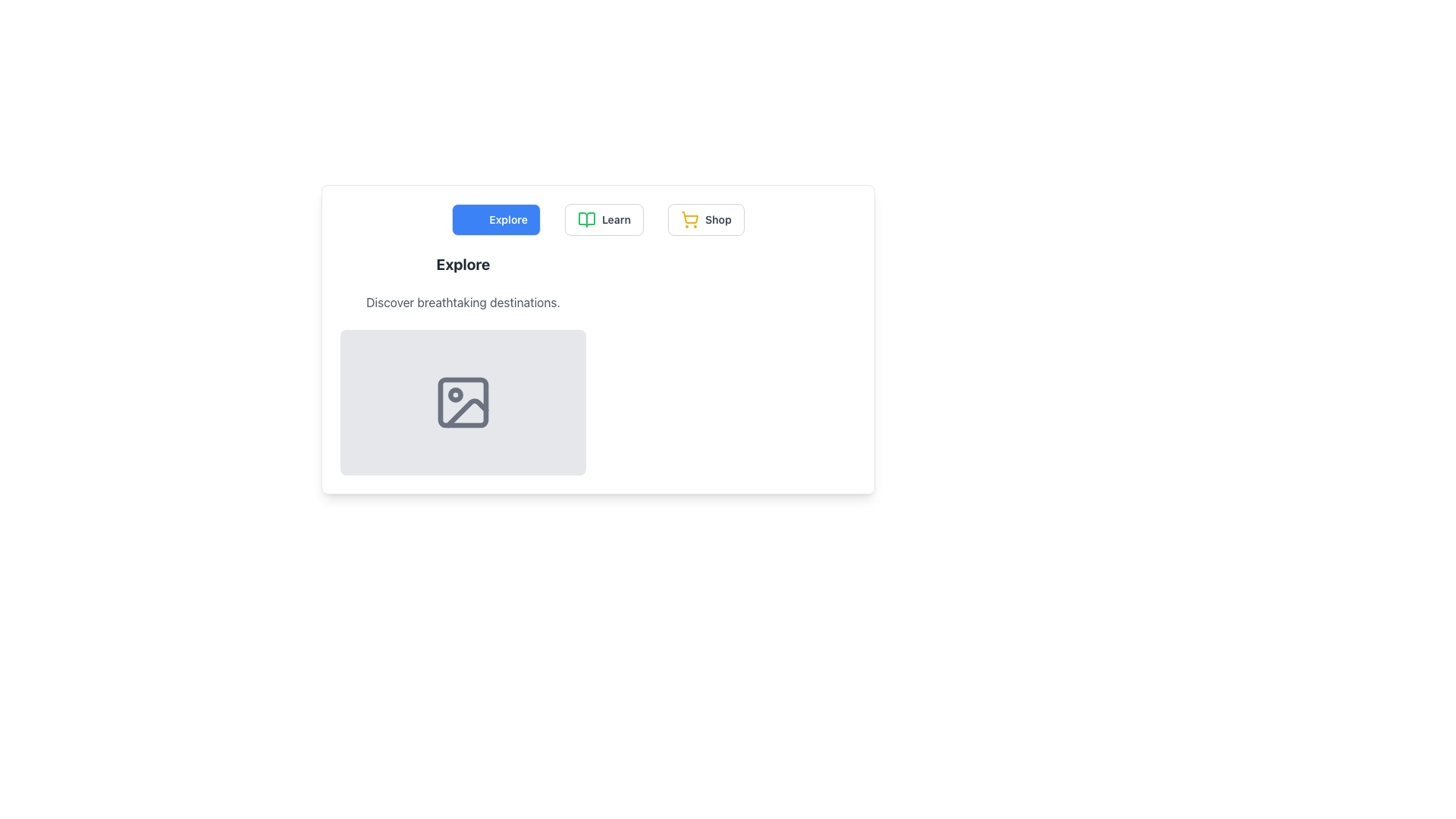 This screenshot has height=819, width=1456. What do you see at coordinates (616, 219) in the screenshot?
I see `the 'Learn' navigation button, which is a small-sized bold gray text on a white rounded button, located in the top section of the interface` at bounding box center [616, 219].